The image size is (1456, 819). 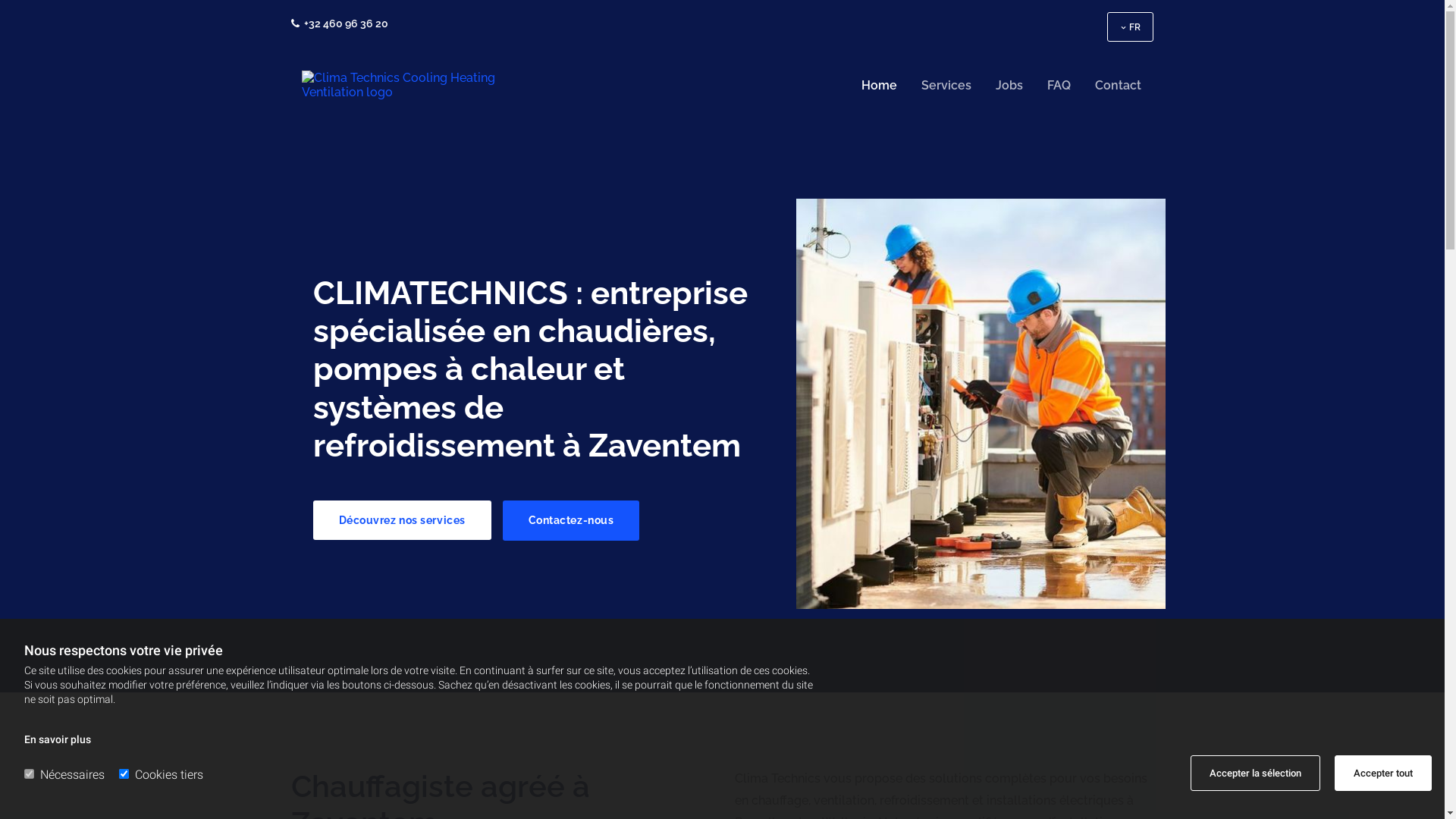 What do you see at coordinates (570, 519) in the screenshot?
I see `'Contactez-nous'` at bounding box center [570, 519].